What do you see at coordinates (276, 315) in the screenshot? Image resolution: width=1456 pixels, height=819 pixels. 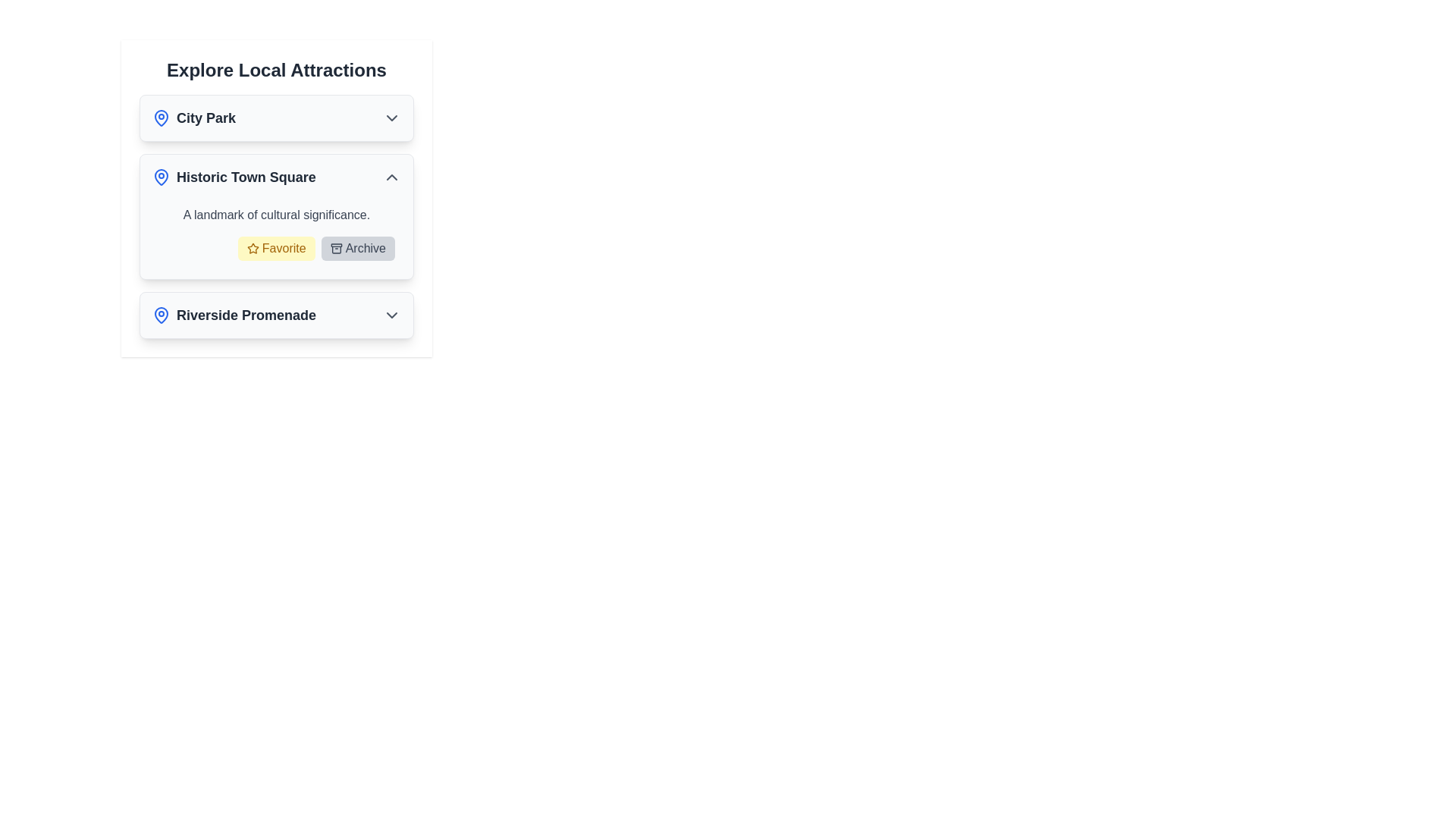 I see `the 'Riverside Promenade' button or list item, which is the third item in the list under 'Explore Local Attractions', featuring a blue map pin icon and a Chevron-down icon` at bounding box center [276, 315].